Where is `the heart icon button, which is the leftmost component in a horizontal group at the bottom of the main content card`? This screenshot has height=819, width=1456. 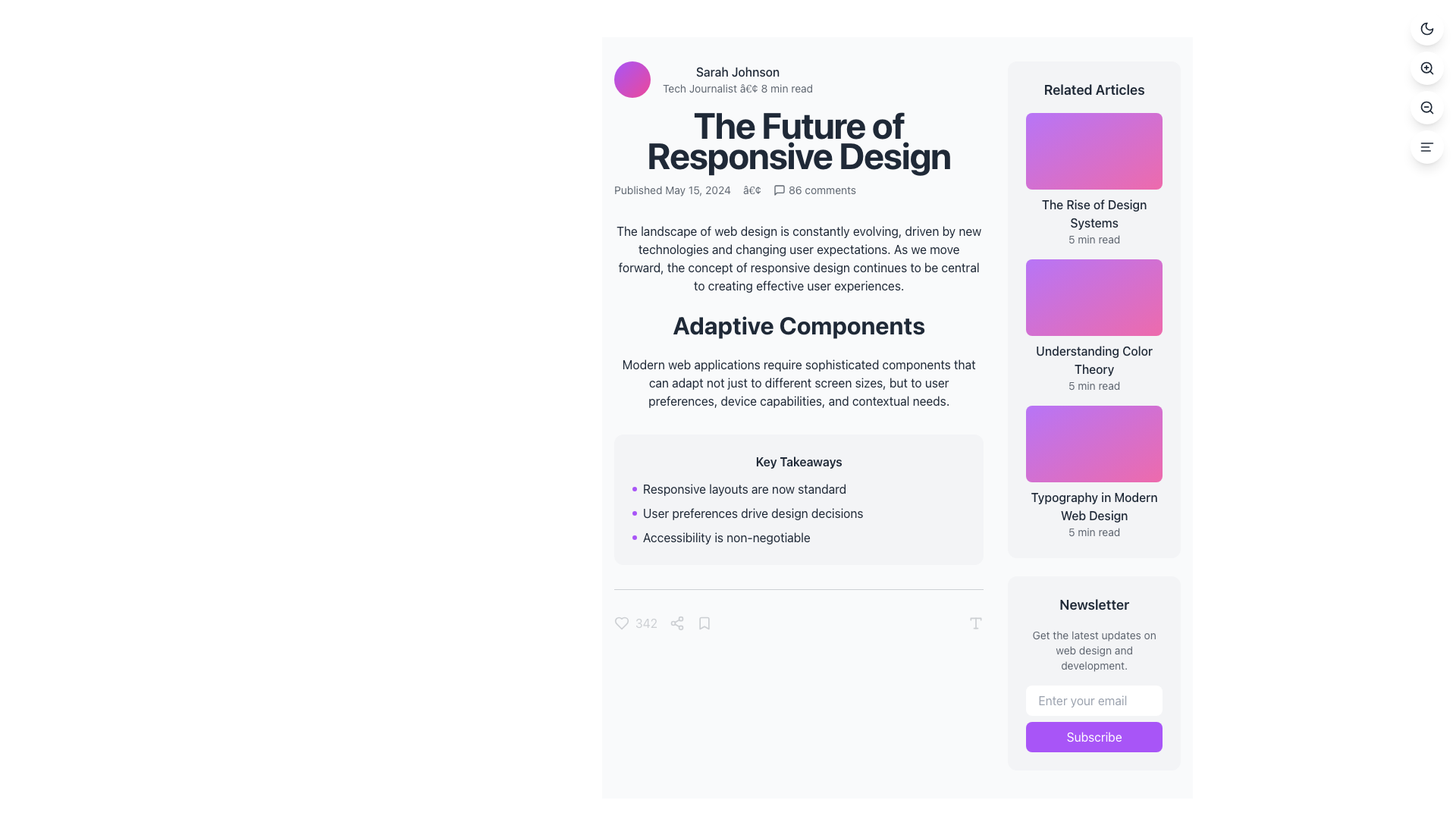 the heart icon button, which is the leftmost component in a horizontal group at the bottom of the main content card is located at coordinates (622, 623).